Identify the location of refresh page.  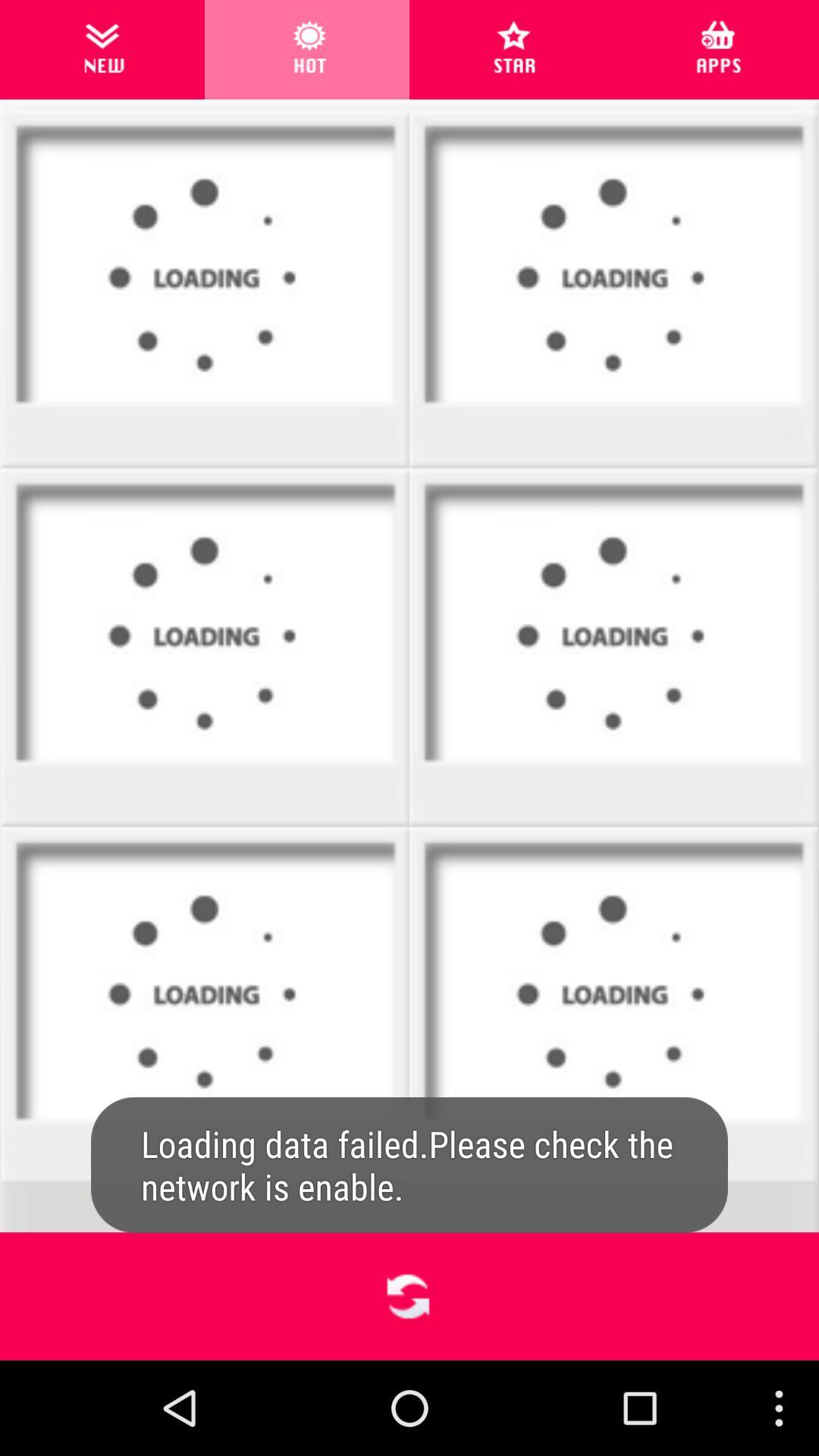
(408, 1295).